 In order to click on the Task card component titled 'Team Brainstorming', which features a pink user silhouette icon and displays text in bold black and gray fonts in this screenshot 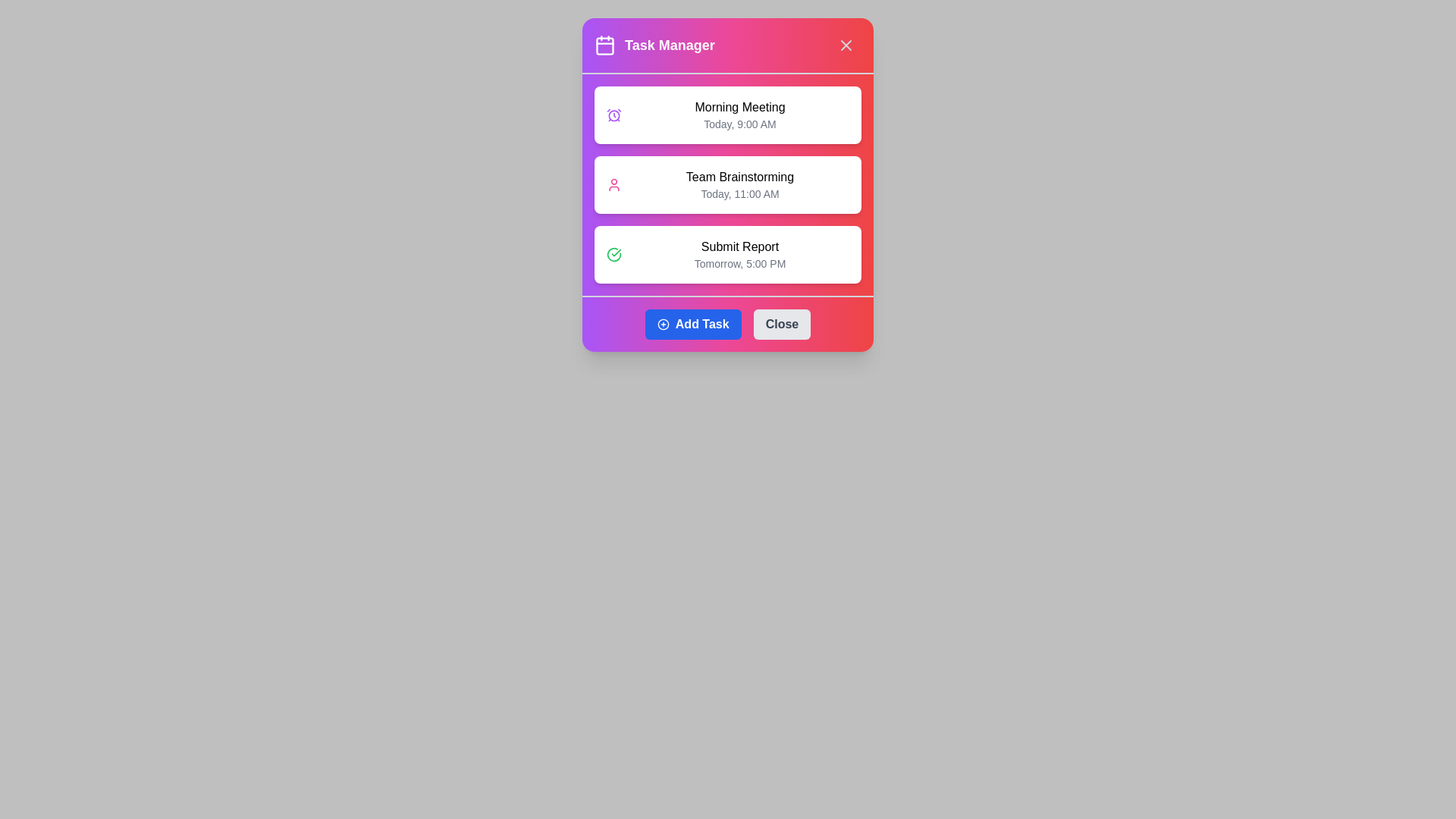, I will do `click(728, 184)`.